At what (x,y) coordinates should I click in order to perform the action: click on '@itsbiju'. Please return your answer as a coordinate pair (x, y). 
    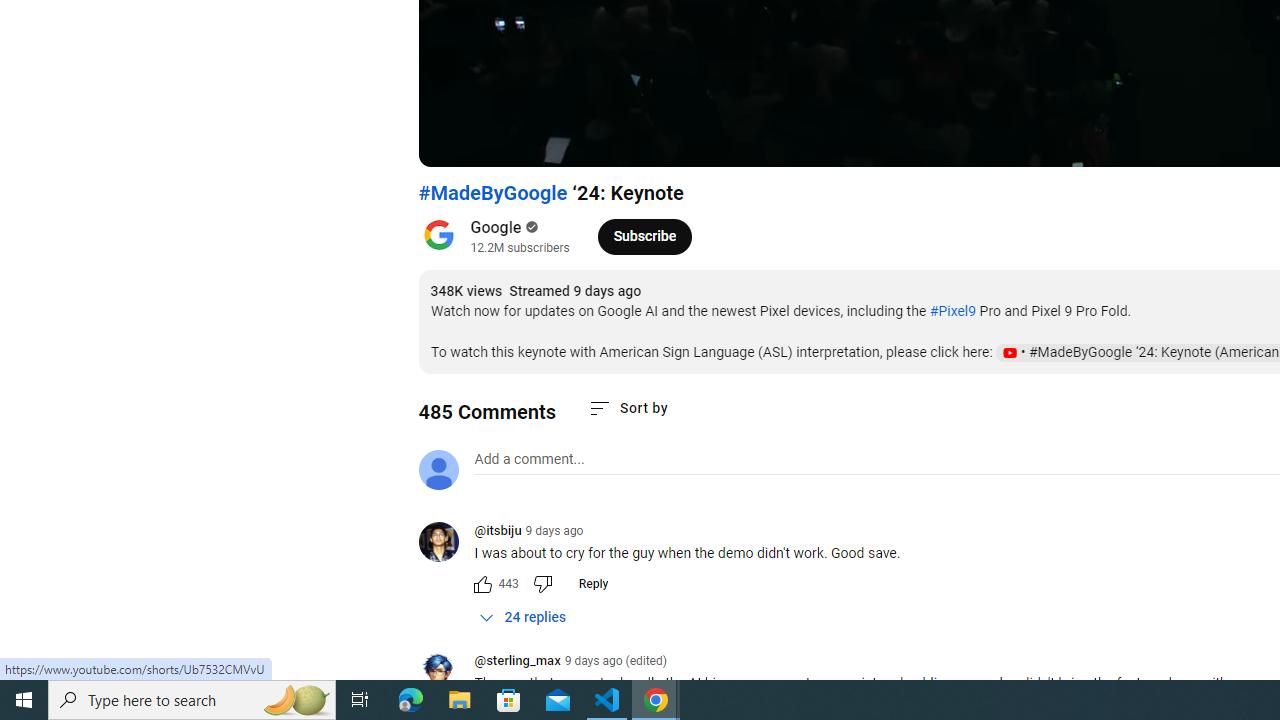
    Looking at the image, I should click on (445, 543).